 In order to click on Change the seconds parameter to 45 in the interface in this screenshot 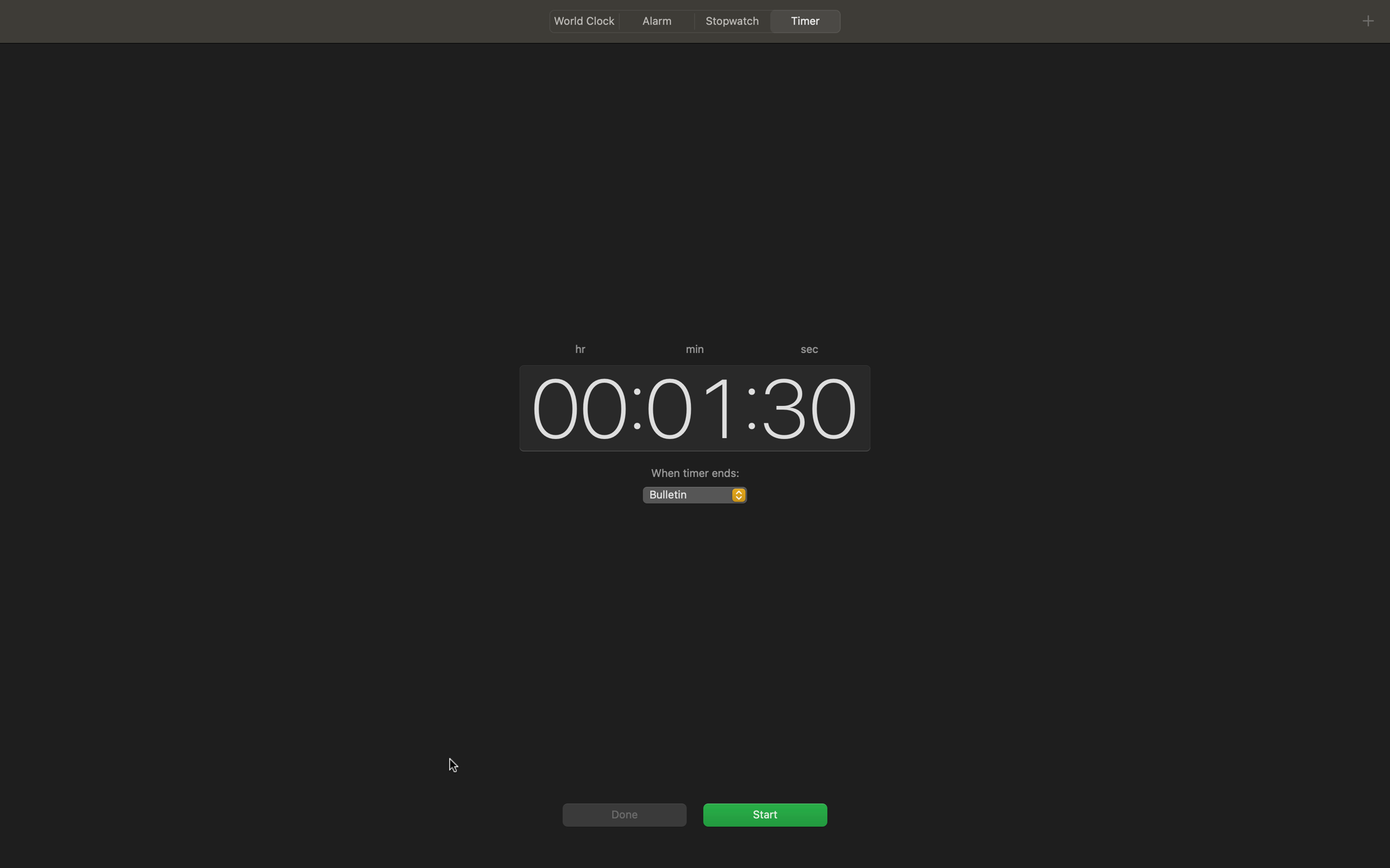, I will do `click(810, 405)`.